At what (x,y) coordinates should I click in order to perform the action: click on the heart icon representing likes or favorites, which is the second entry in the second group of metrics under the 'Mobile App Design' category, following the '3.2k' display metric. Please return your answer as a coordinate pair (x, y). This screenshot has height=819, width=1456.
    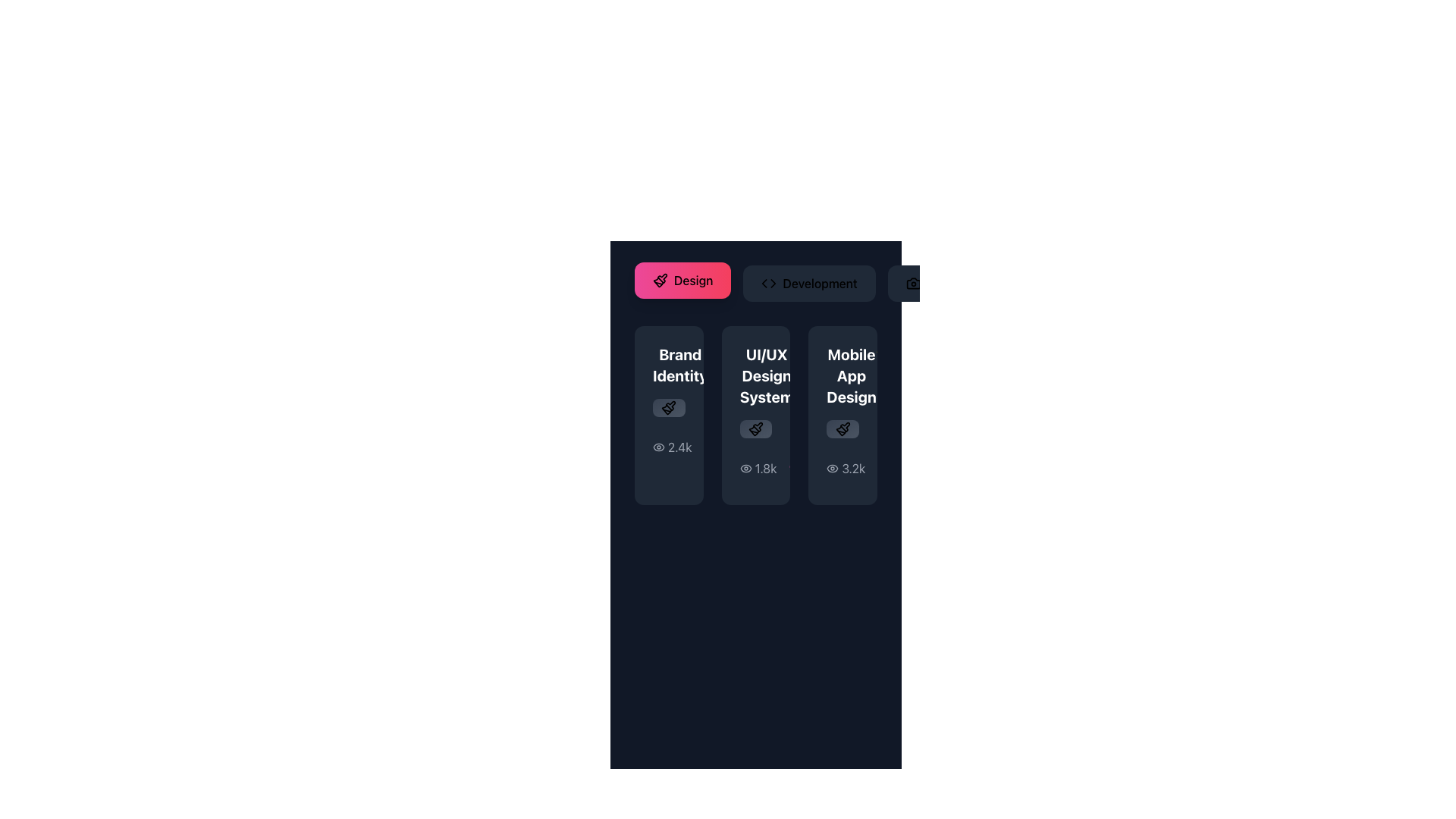
    Looking at the image, I should click on (896, 467).